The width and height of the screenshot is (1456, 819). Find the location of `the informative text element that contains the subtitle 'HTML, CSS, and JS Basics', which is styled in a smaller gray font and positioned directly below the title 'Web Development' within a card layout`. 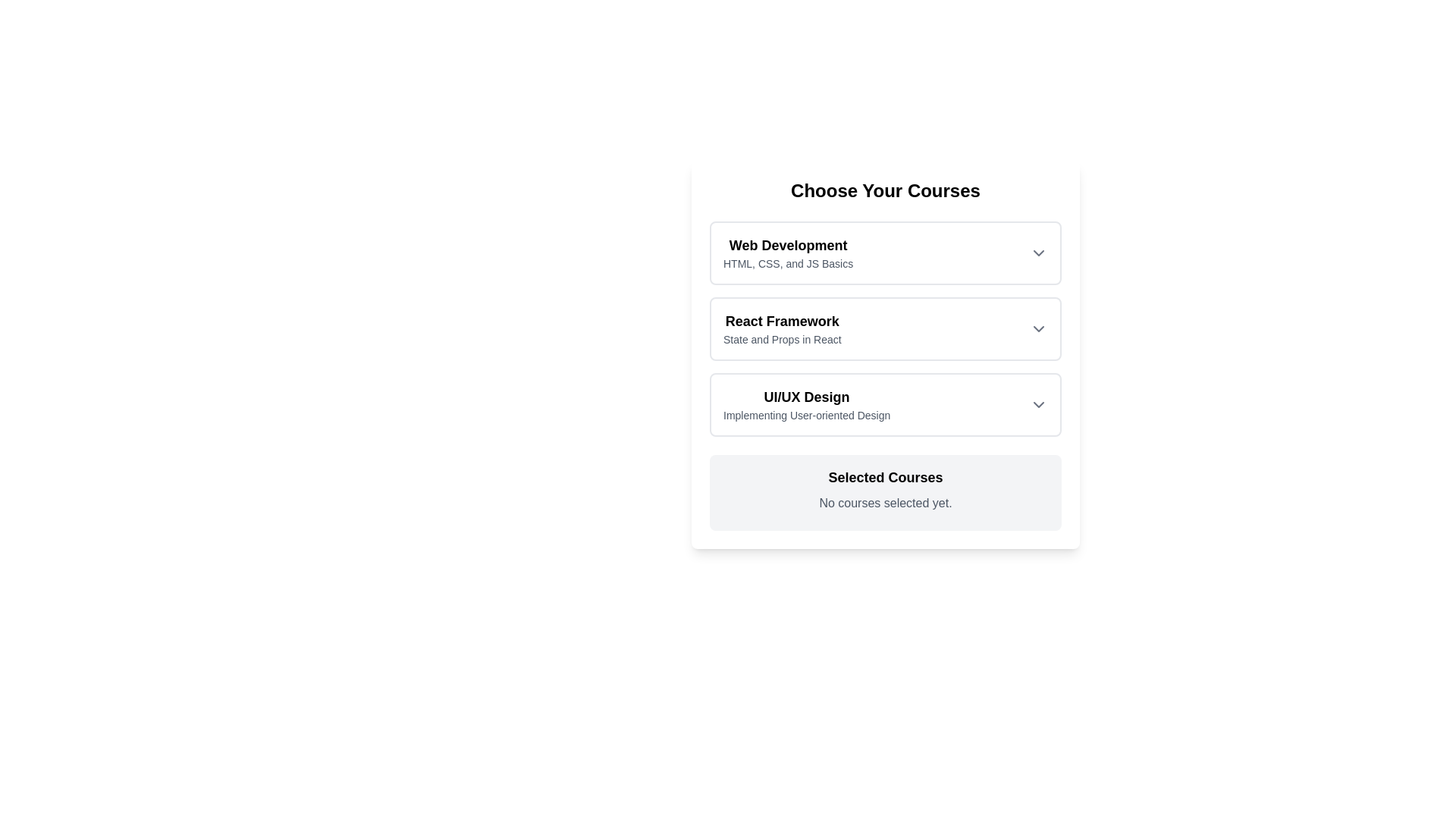

the informative text element that contains the subtitle 'HTML, CSS, and JS Basics', which is styled in a smaller gray font and positioned directly below the title 'Web Development' within a card layout is located at coordinates (788, 262).